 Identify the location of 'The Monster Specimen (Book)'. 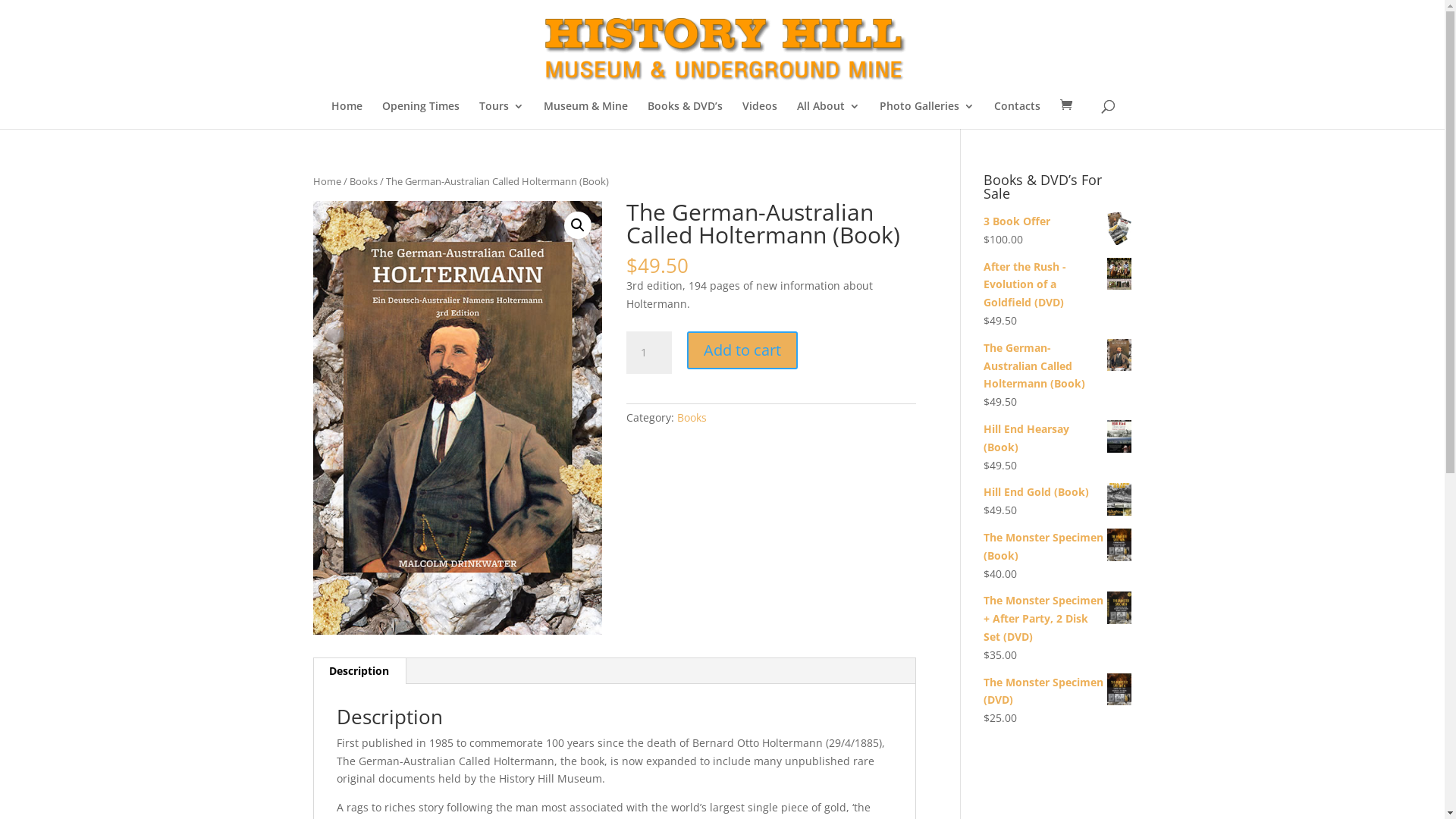
(1056, 547).